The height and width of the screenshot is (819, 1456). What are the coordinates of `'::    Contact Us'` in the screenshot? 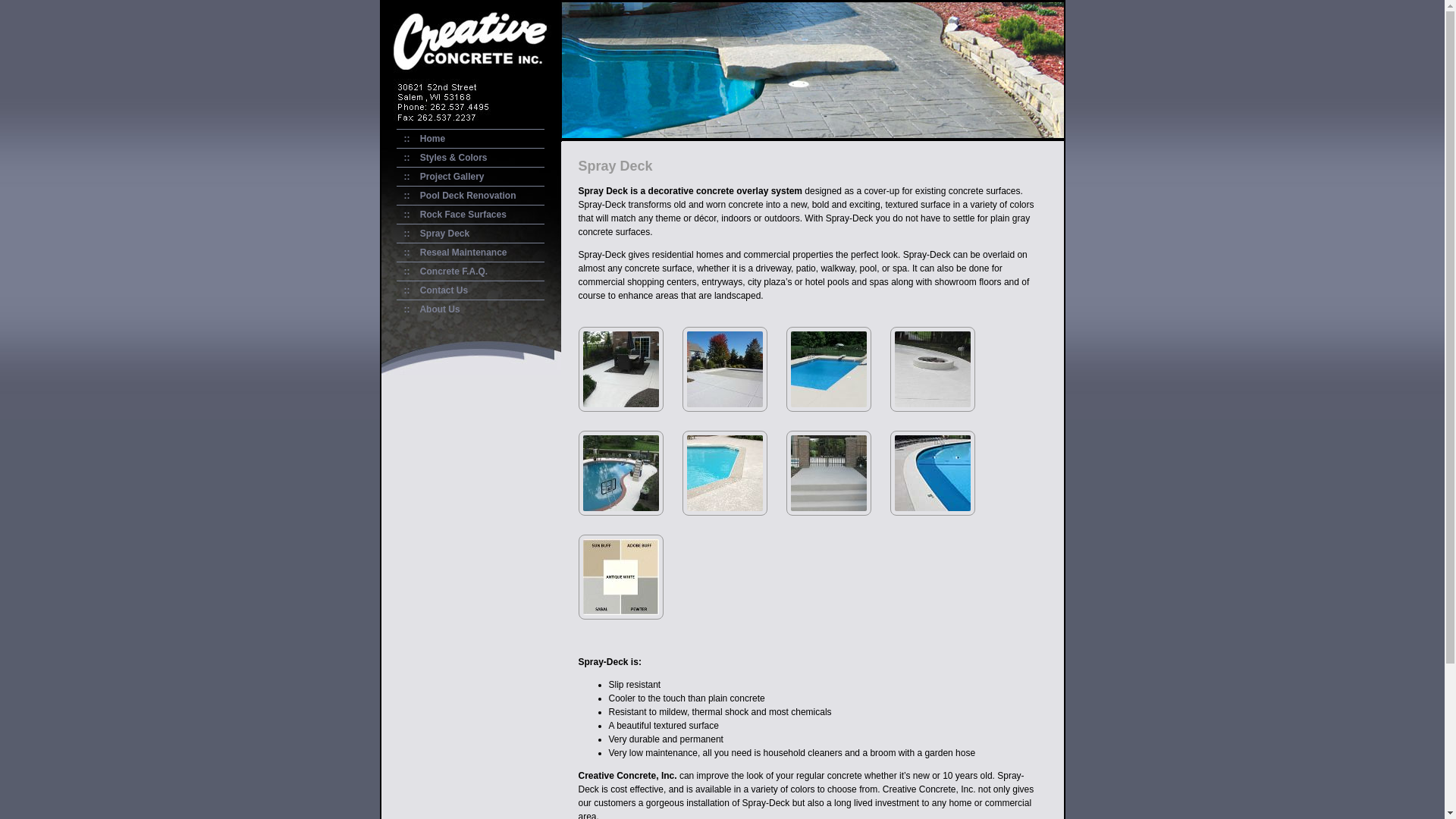 It's located at (431, 290).